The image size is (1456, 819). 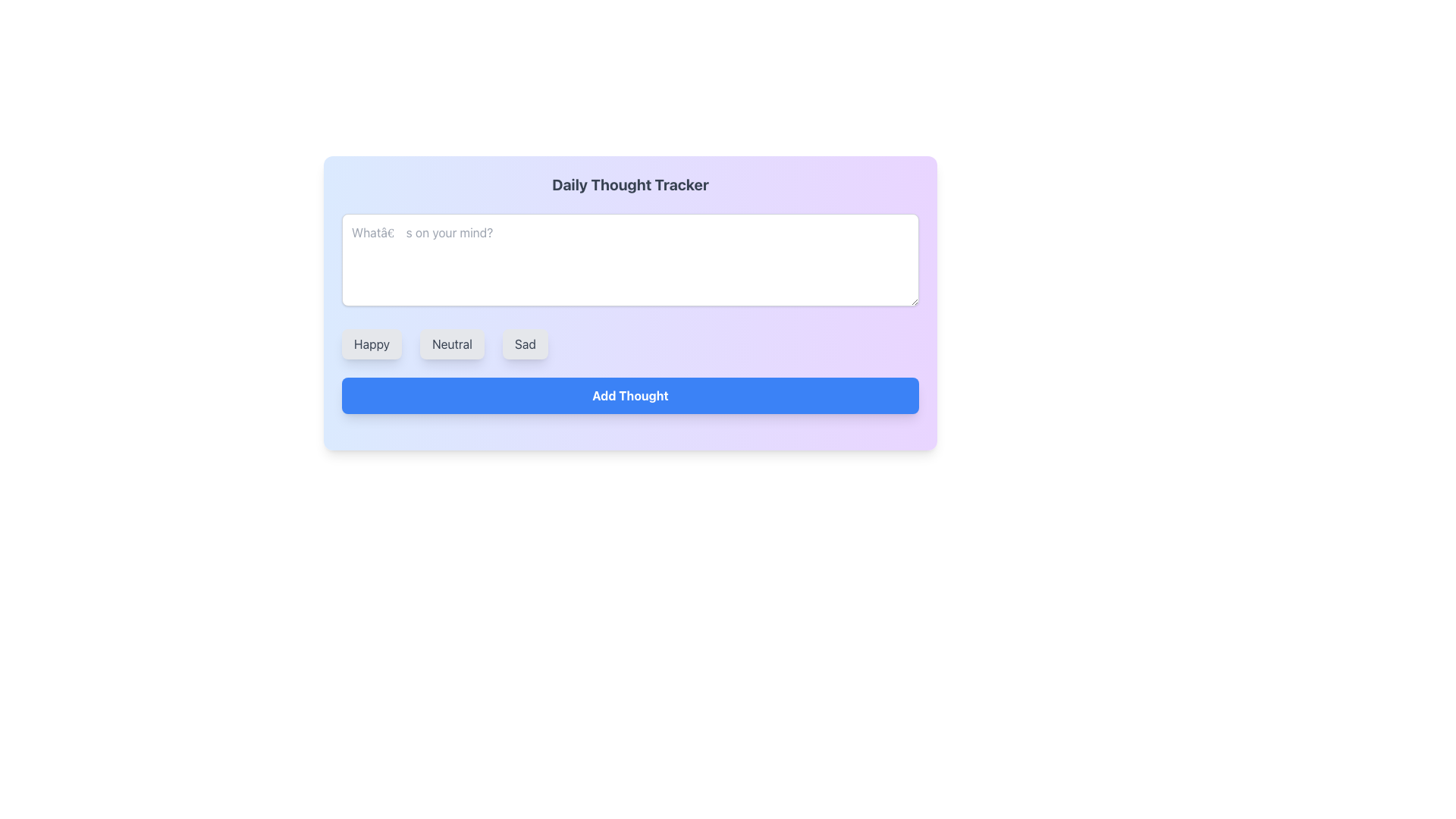 I want to click on the 'Neutral' button, which is the second in a group of three horizontally aligned sentiment buttons, styled with rounded edges and a light gray background, so click(x=451, y=344).